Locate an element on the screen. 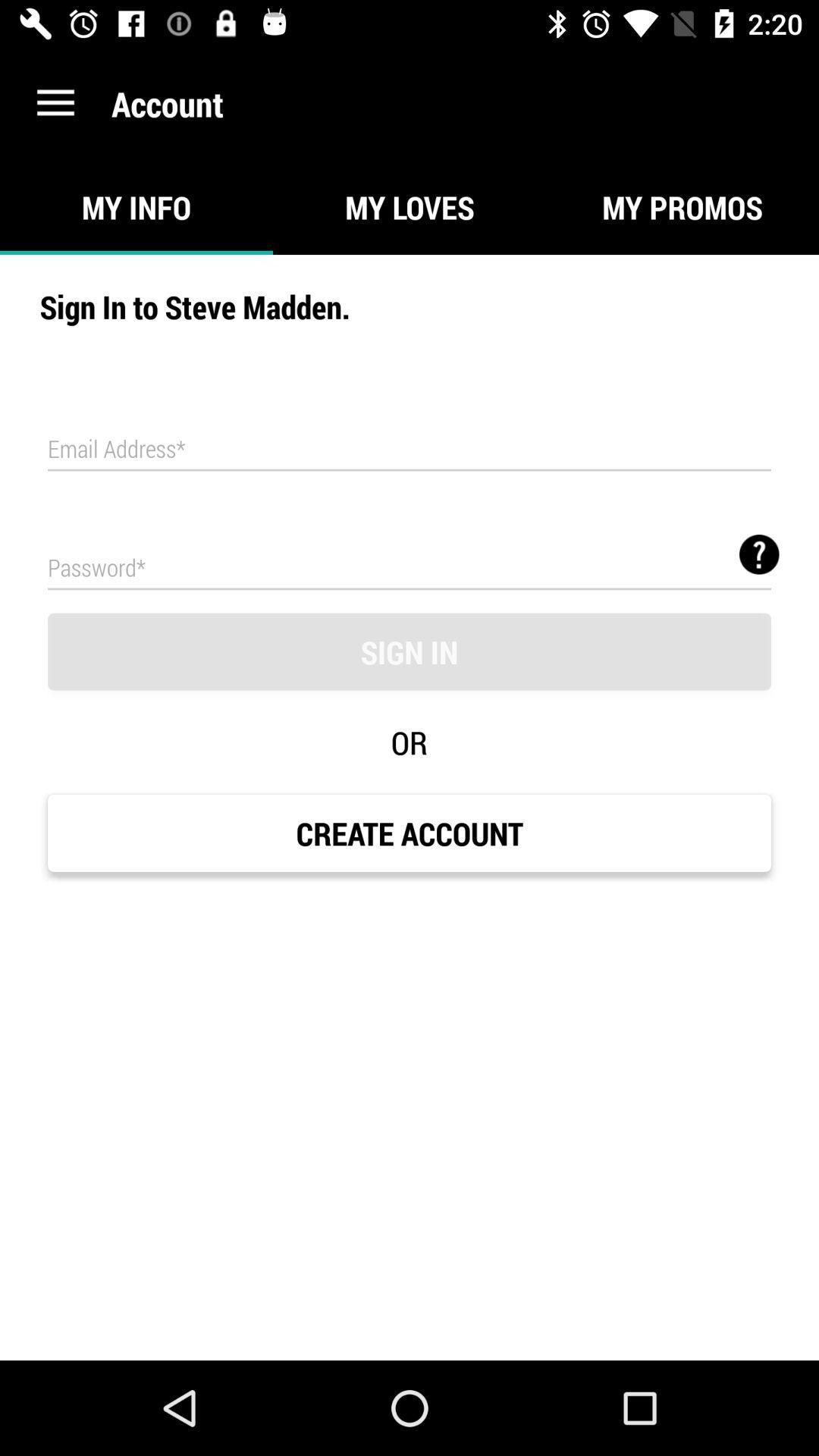  item above the sign in is located at coordinates (409, 566).